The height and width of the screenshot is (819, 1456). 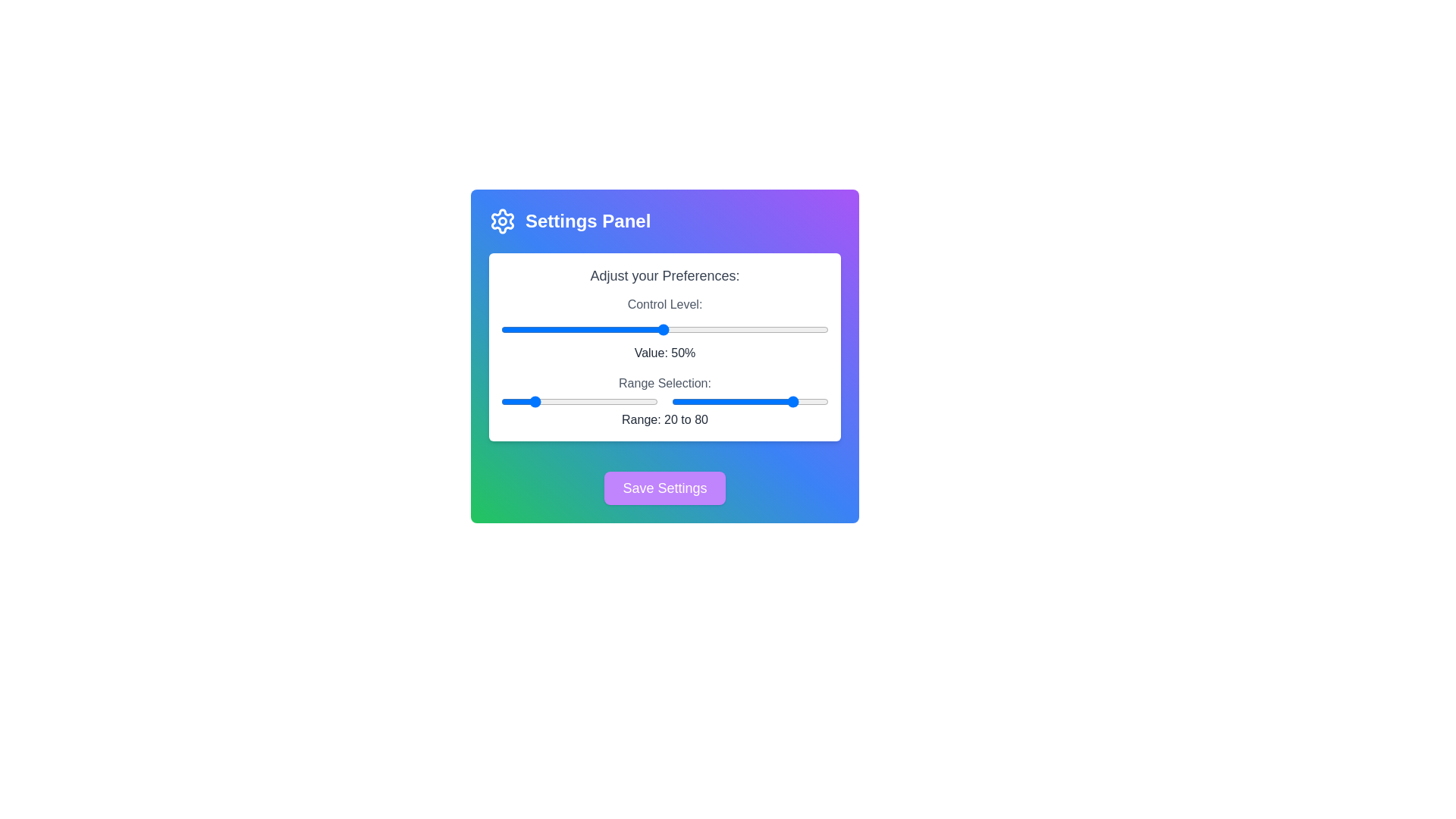 I want to click on the slider value, so click(x=610, y=329).